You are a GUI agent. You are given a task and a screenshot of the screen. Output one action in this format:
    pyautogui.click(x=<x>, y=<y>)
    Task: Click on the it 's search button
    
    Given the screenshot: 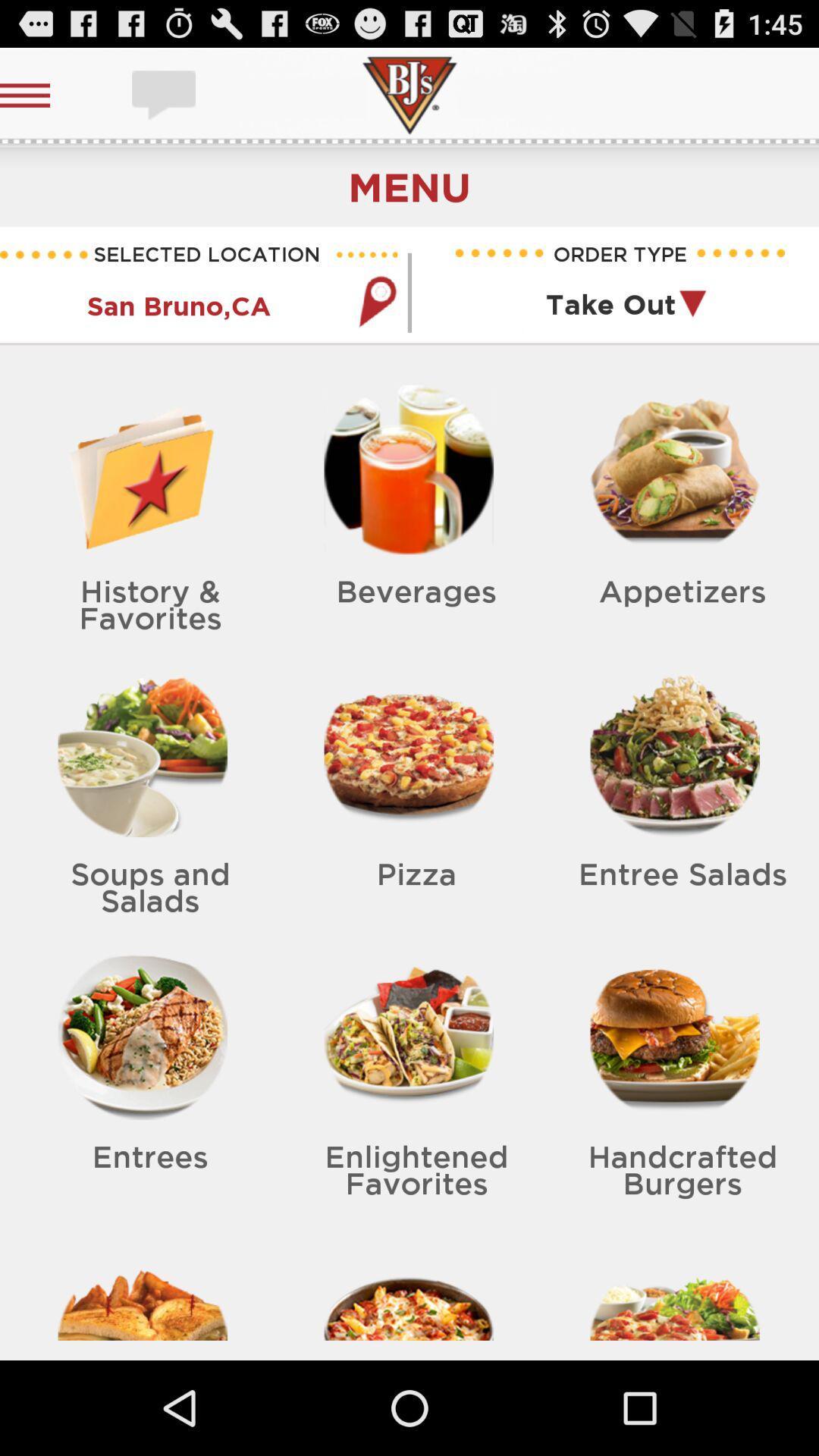 What is the action you would take?
    pyautogui.click(x=376, y=301)
    